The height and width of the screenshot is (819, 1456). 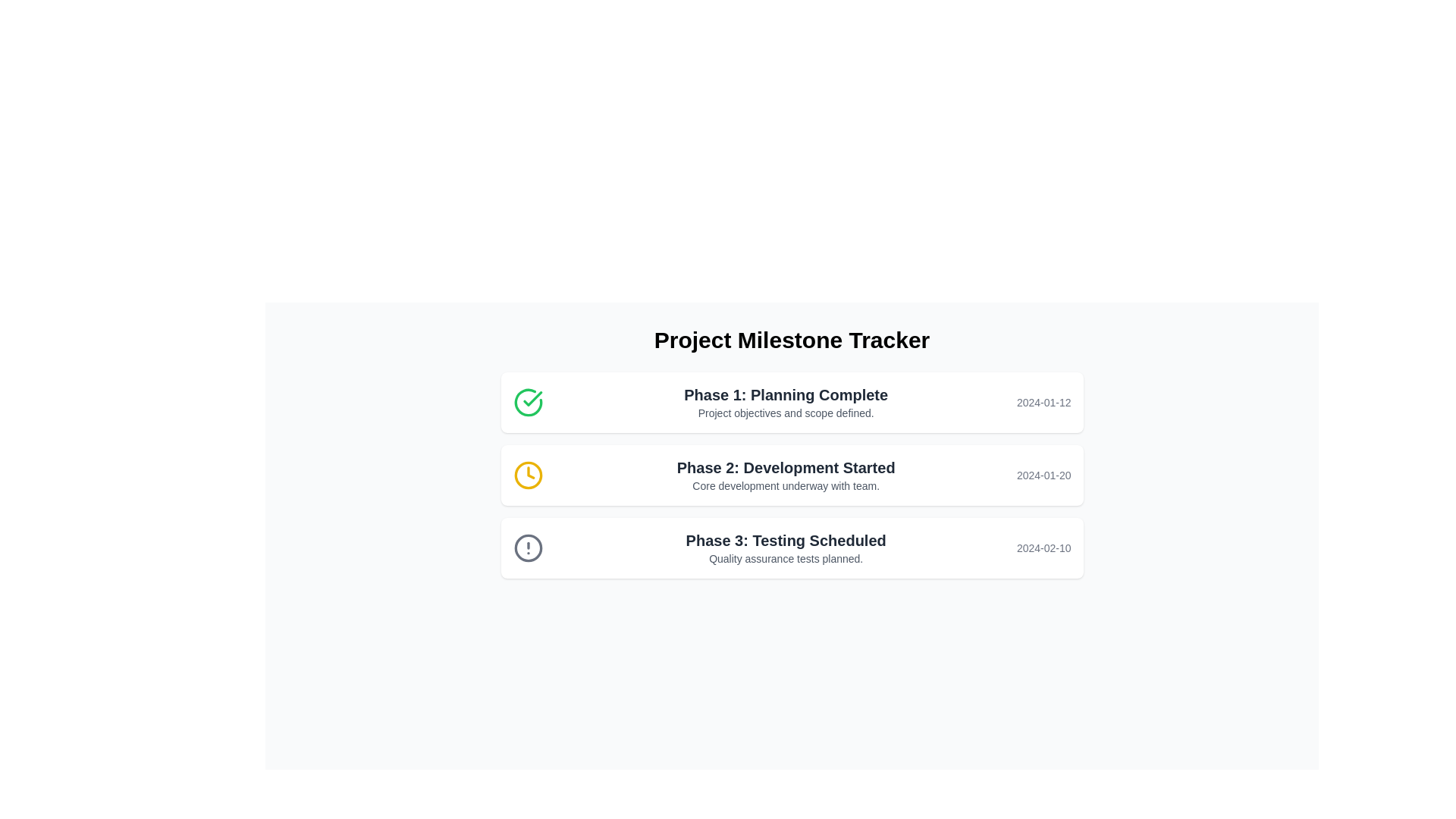 What do you see at coordinates (528, 402) in the screenshot?
I see `the green circular icon with a checkmark indicating approval for 'Phase 1: Planning Complete', located at the beginning of the card` at bounding box center [528, 402].